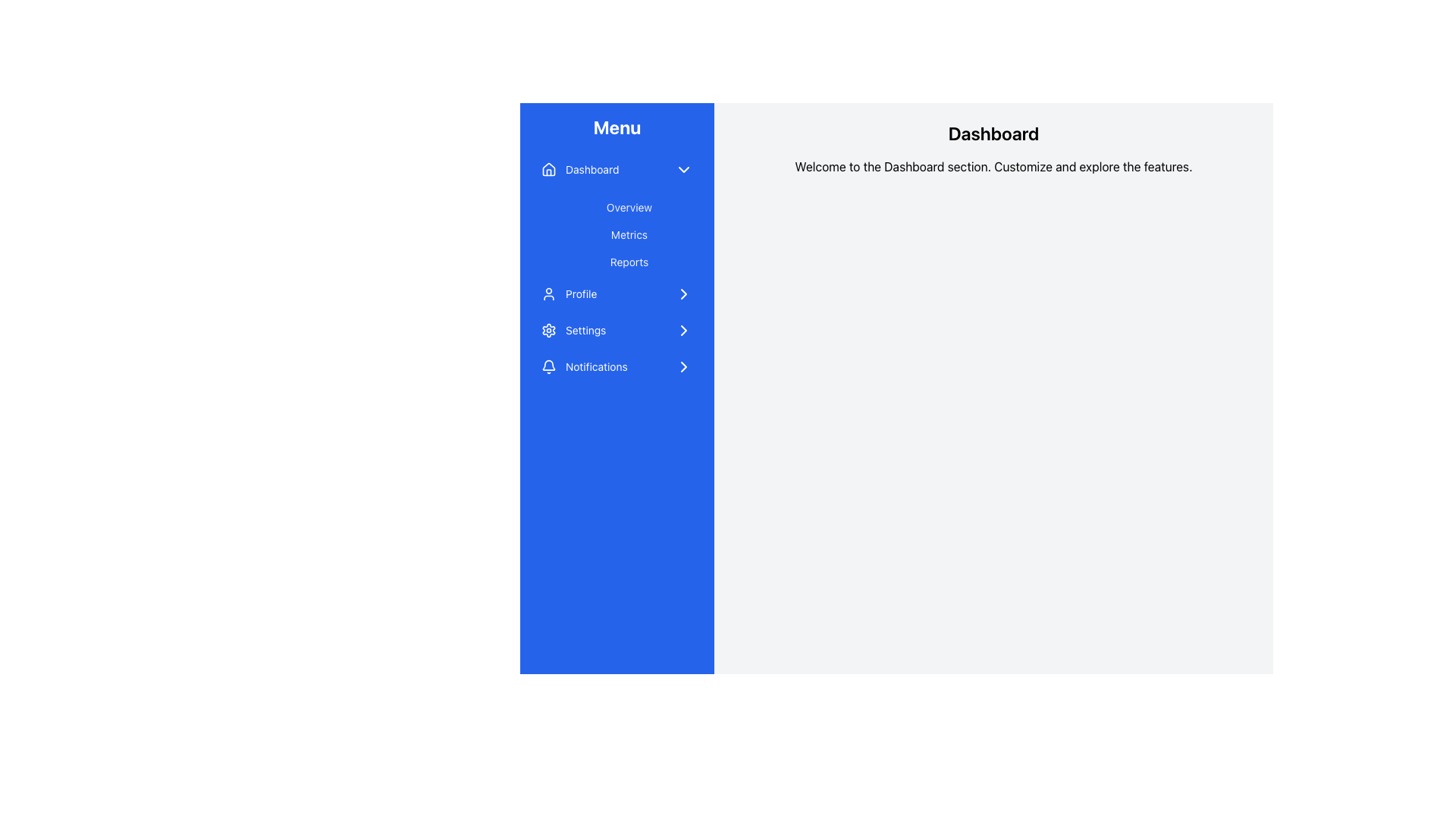  Describe the element at coordinates (683, 169) in the screenshot. I see `the chevron icon located to the right of the 'Dashboard' label in the sidebar menu` at that location.